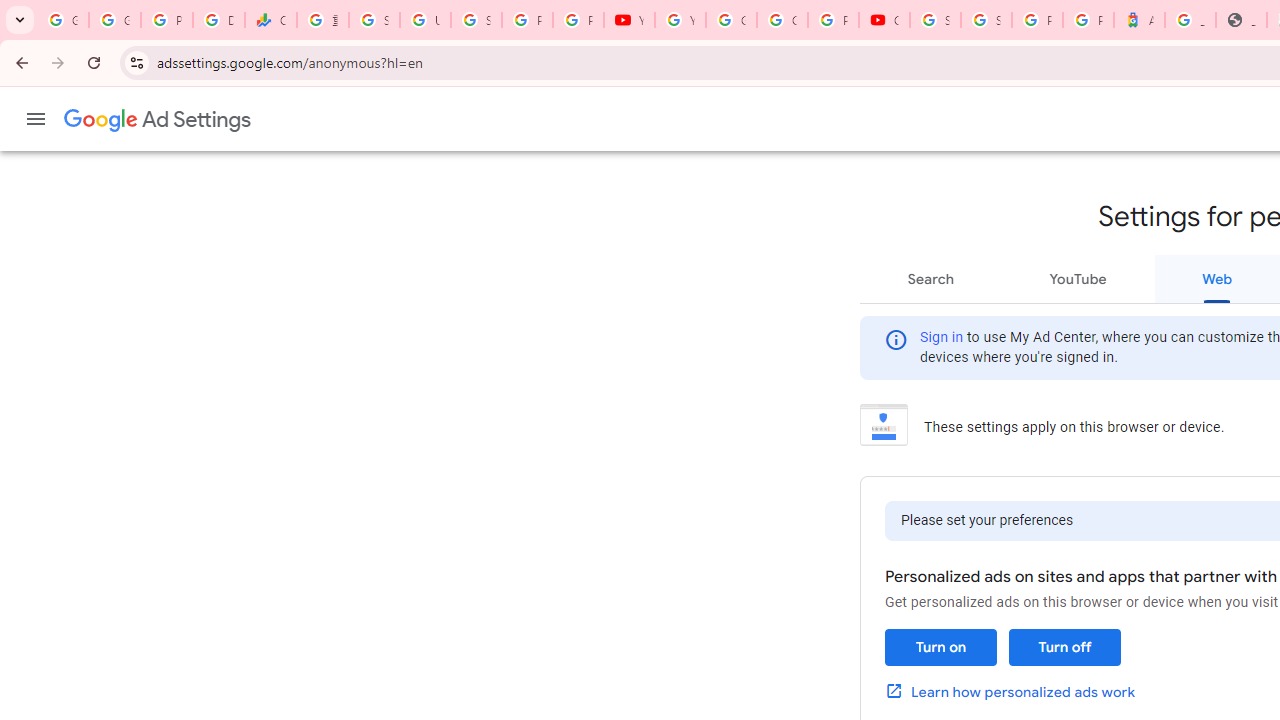  I want to click on 'Main menu', so click(35, 119).